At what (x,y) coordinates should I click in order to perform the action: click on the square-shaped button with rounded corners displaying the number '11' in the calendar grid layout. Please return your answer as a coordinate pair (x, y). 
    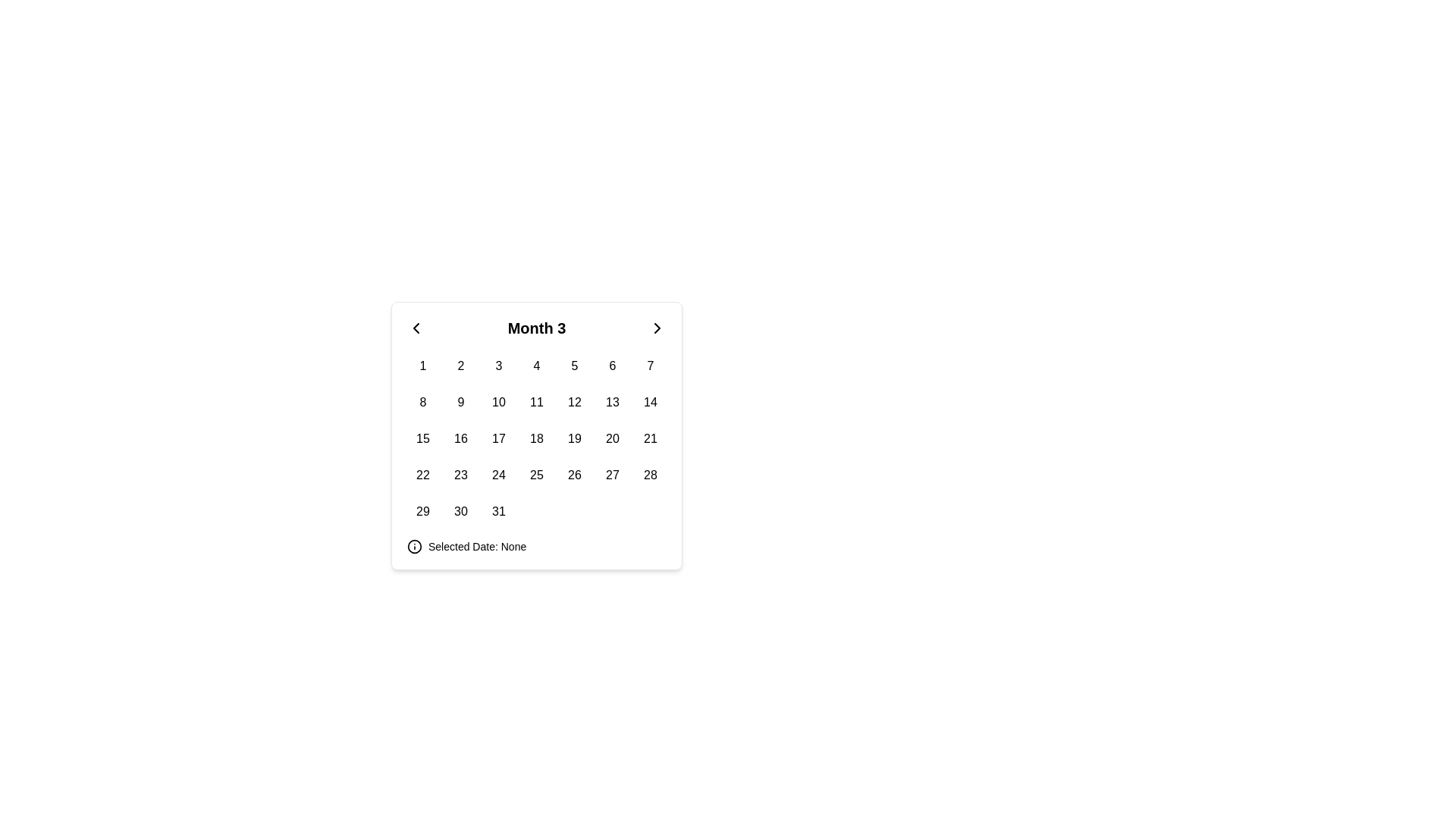
    Looking at the image, I should click on (537, 402).